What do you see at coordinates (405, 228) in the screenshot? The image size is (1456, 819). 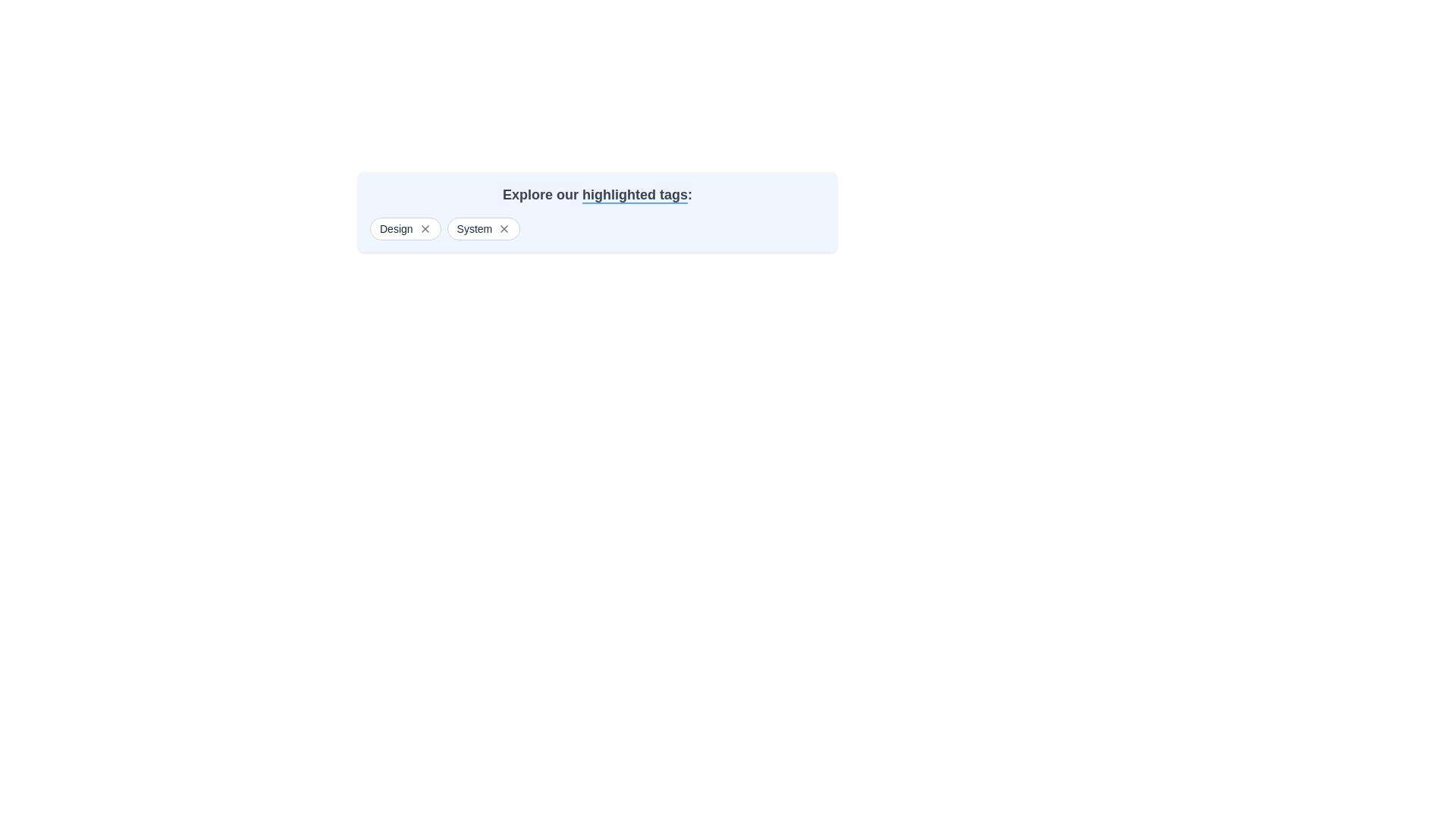 I see `the first tag in the horizontal list of tags` at bounding box center [405, 228].